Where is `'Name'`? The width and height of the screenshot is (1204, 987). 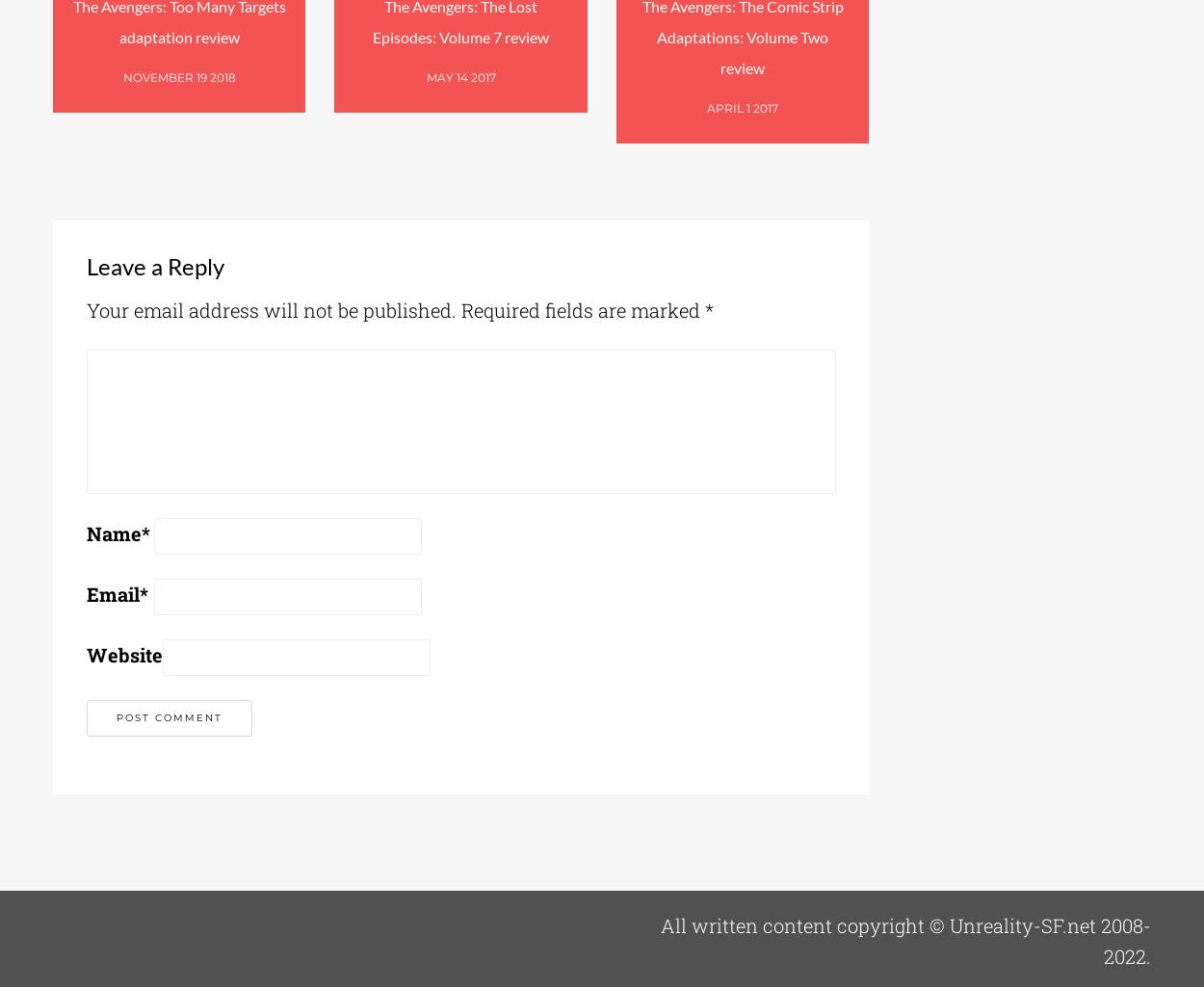 'Name' is located at coordinates (113, 531).